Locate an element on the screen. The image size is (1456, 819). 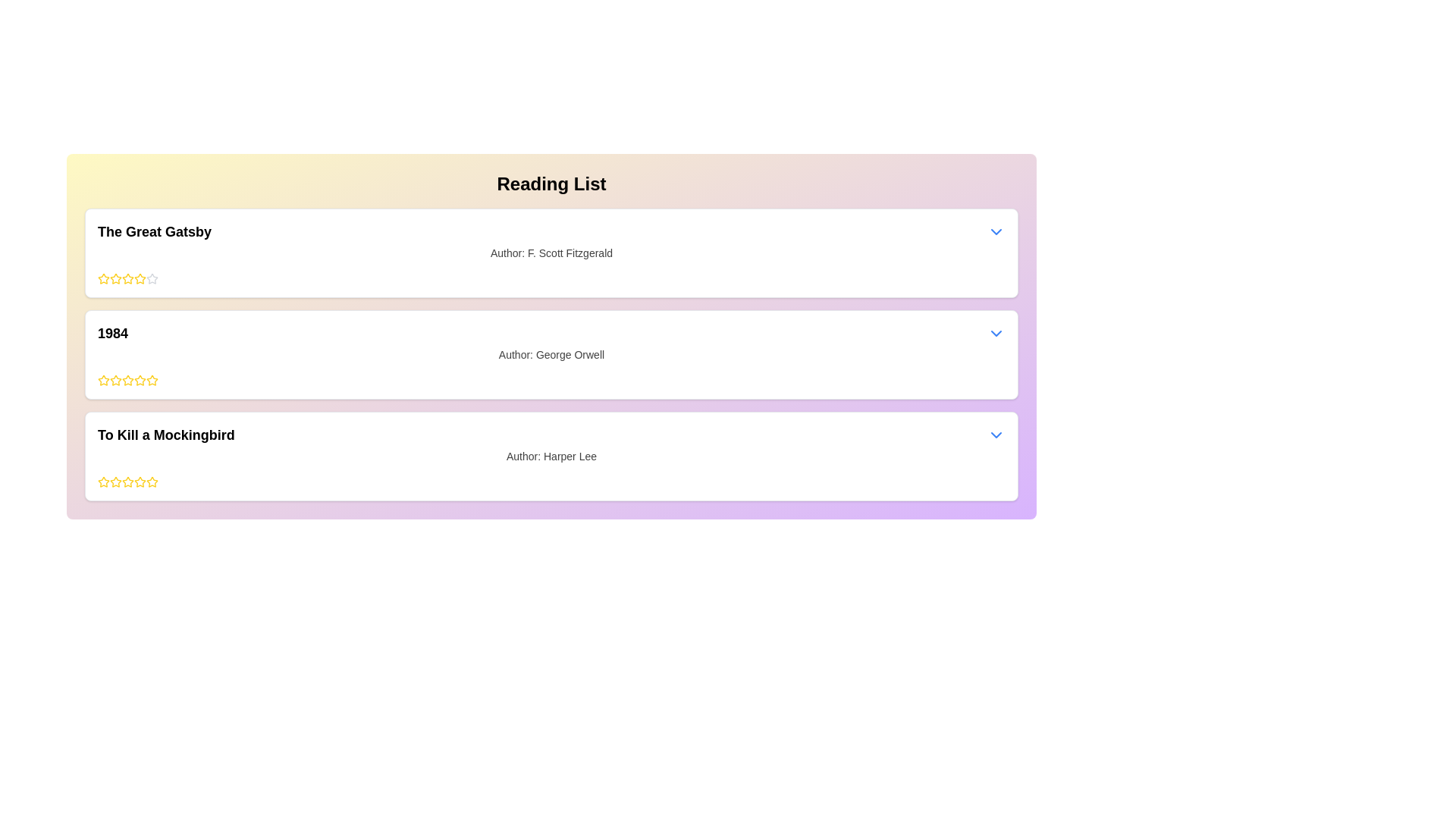
the first star icon in the rating system located below the title '1984' is located at coordinates (103, 379).